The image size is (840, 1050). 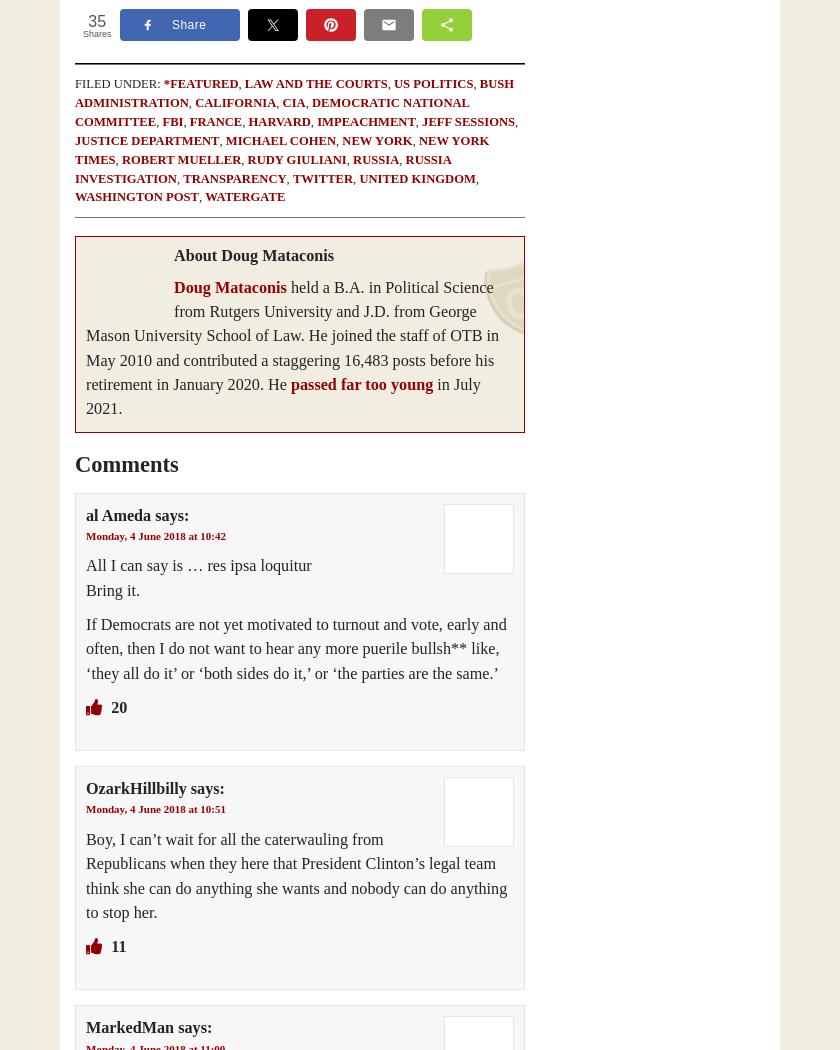 What do you see at coordinates (365, 119) in the screenshot?
I see `'impeachment'` at bounding box center [365, 119].